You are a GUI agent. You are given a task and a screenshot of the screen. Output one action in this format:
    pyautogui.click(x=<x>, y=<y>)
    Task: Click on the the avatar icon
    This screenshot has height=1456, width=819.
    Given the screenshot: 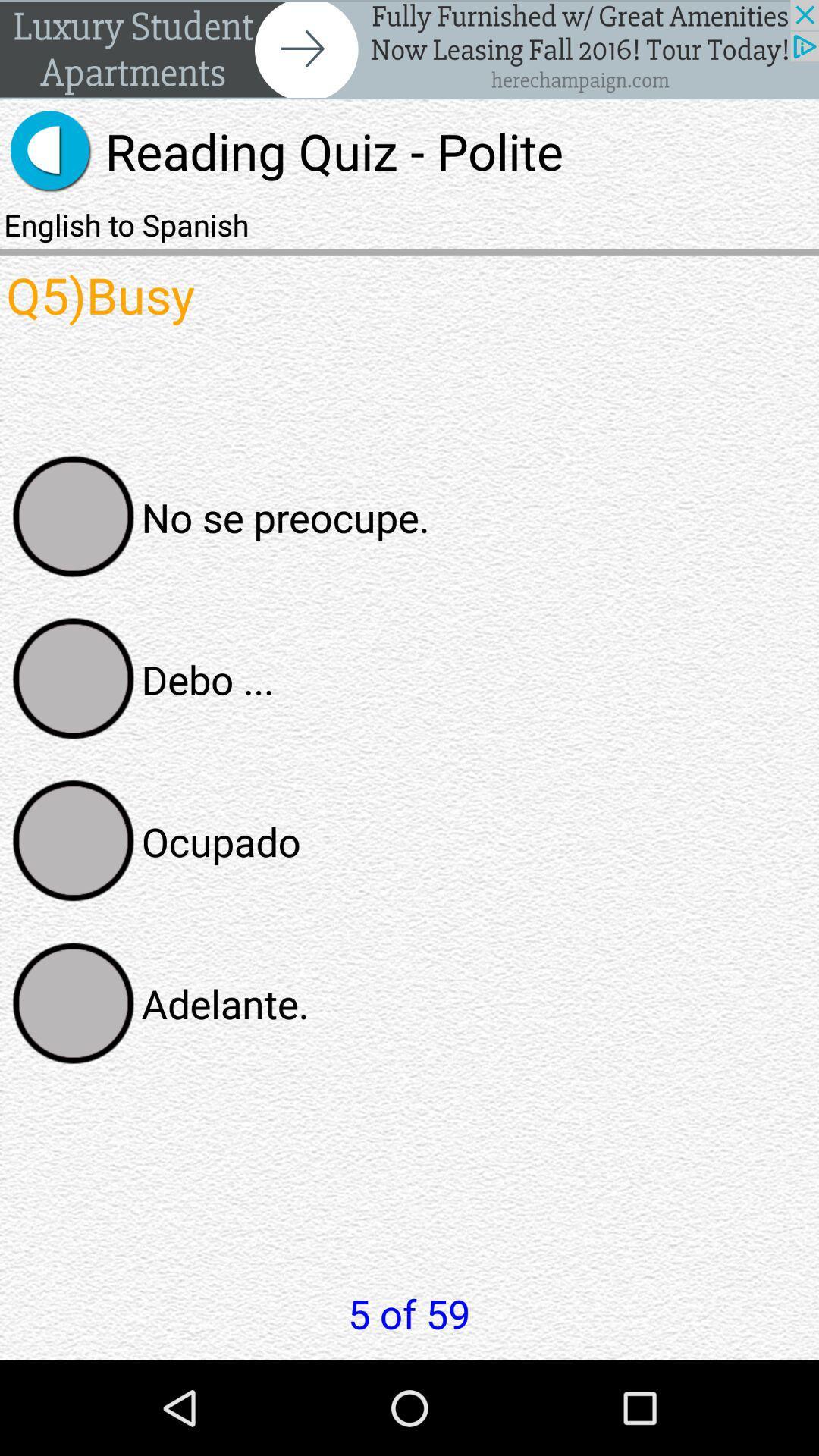 What is the action you would take?
    pyautogui.click(x=74, y=1073)
    